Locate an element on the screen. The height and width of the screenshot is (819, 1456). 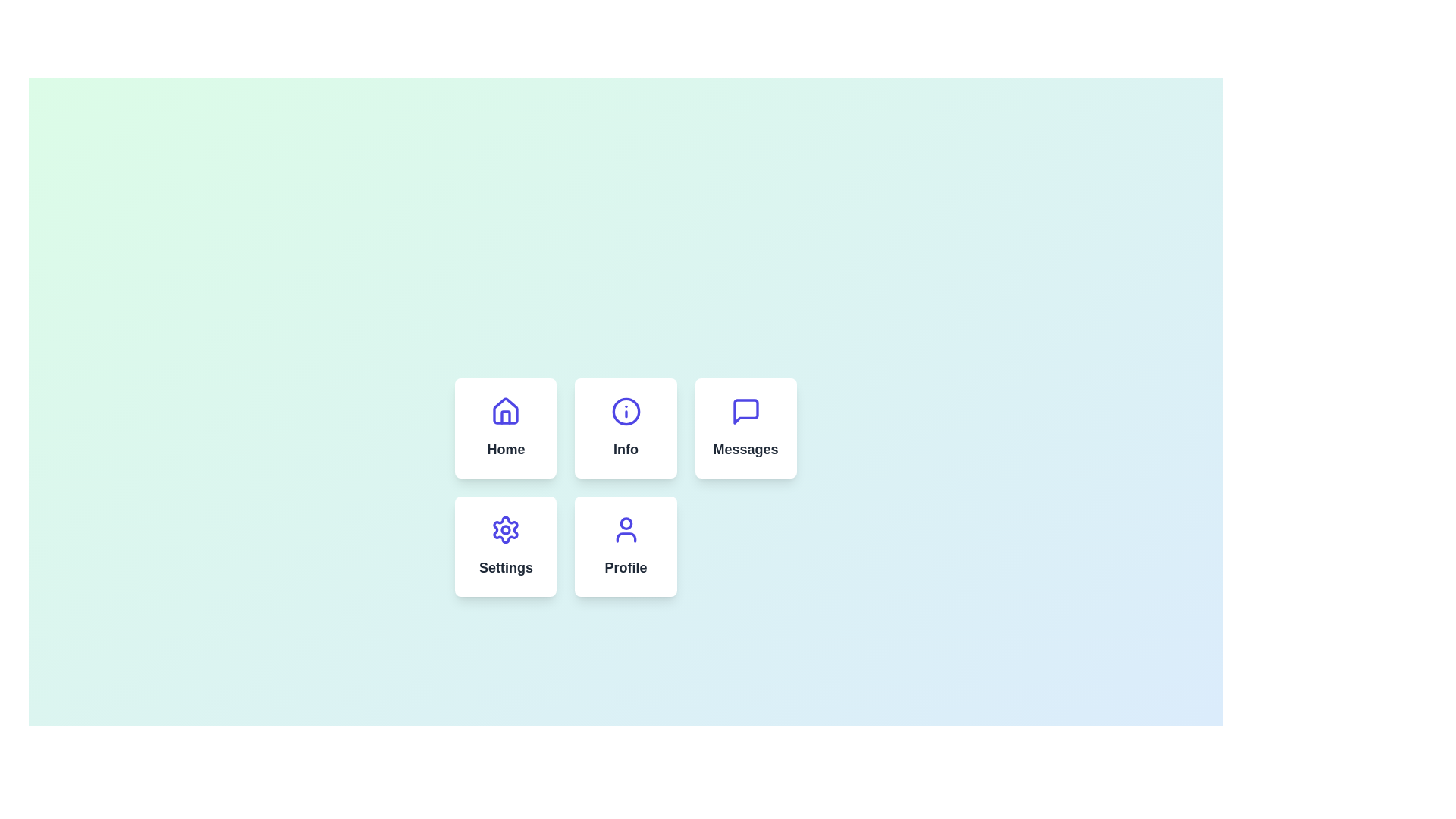
the circular indigo 'i' icon located in the central card of the top row is located at coordinates (626, 412).